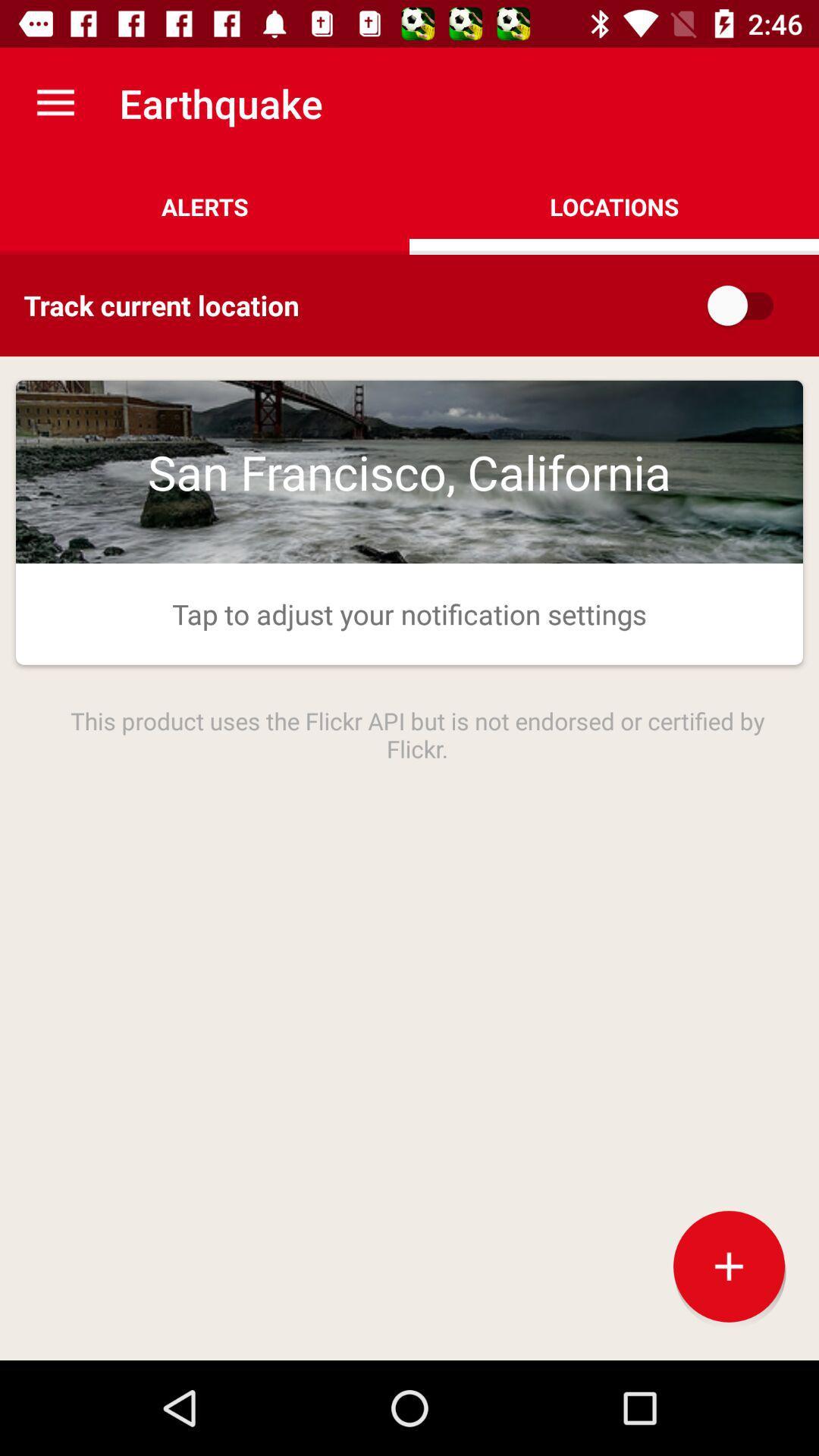 The image size is (819, 1456). I want to click on the alerts item, so click(205, 206).